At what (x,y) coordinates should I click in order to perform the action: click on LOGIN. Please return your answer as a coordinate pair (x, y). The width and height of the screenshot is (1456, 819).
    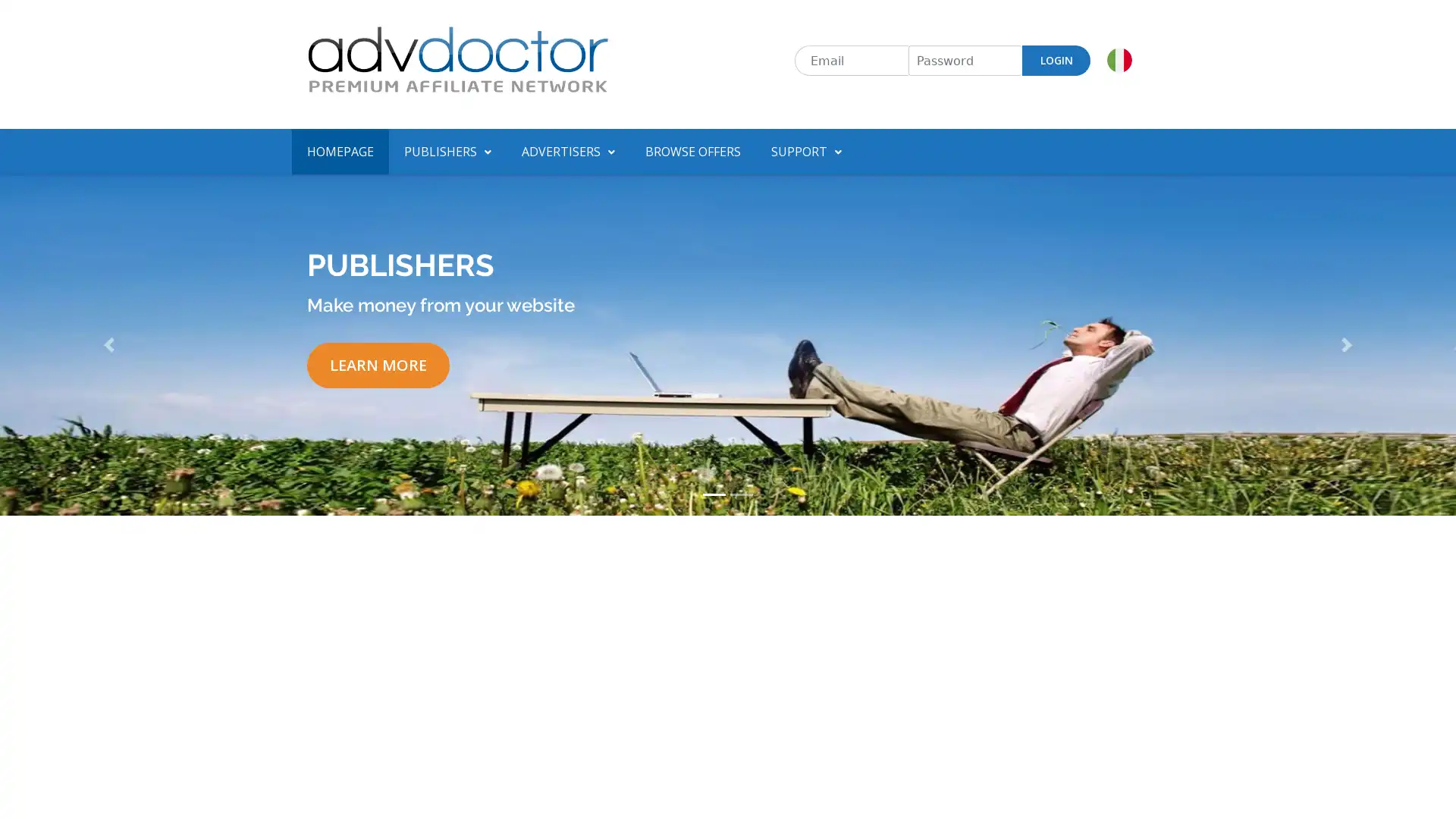
    Looking at the image, I should click on (1055, 60).